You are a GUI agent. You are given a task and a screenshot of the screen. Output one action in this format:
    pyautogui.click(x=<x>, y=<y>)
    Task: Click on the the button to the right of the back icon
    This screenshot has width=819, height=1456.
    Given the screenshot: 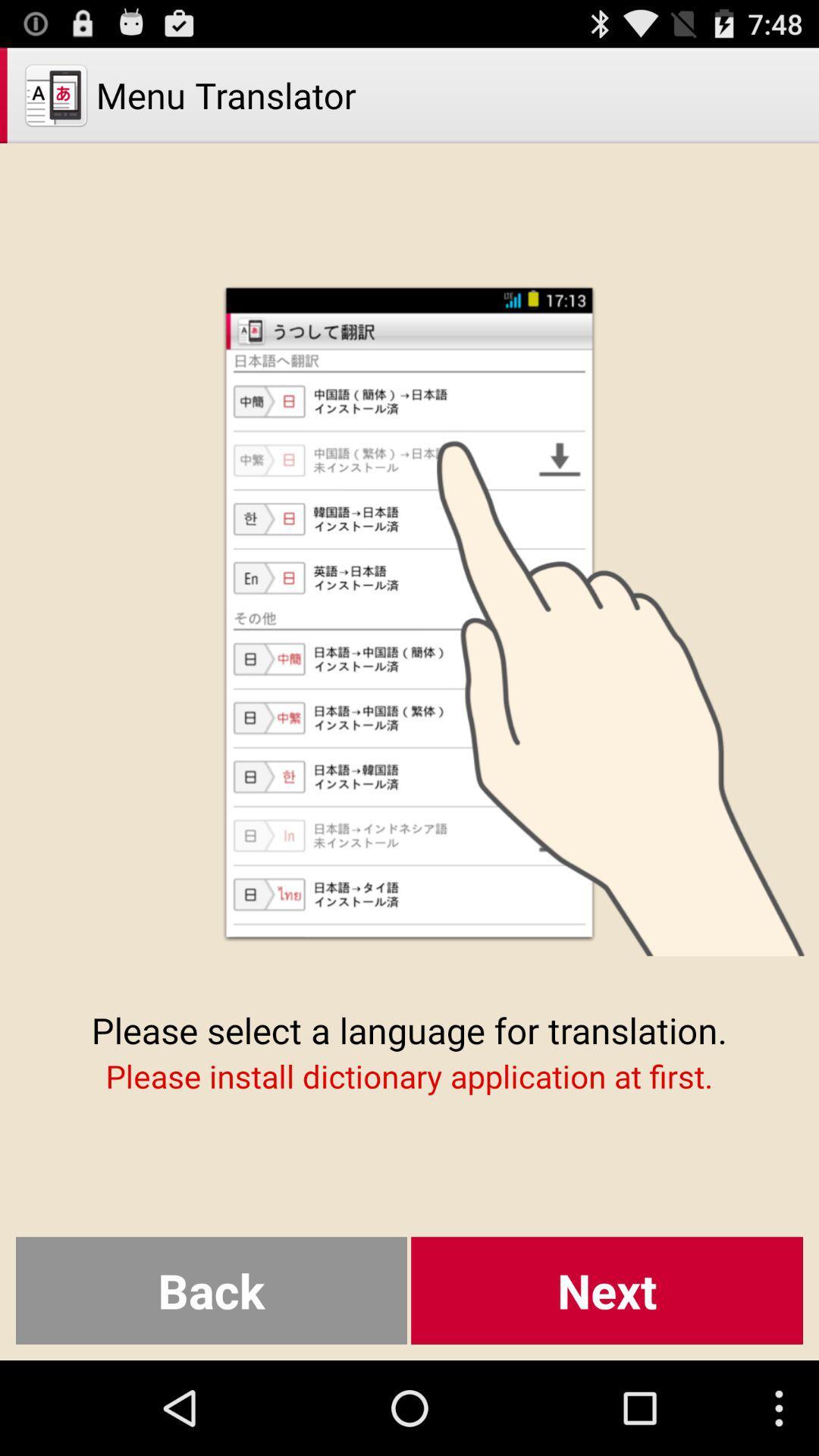 What is the action you would take?
    pyautogui.click(x=606, y=1290)
    